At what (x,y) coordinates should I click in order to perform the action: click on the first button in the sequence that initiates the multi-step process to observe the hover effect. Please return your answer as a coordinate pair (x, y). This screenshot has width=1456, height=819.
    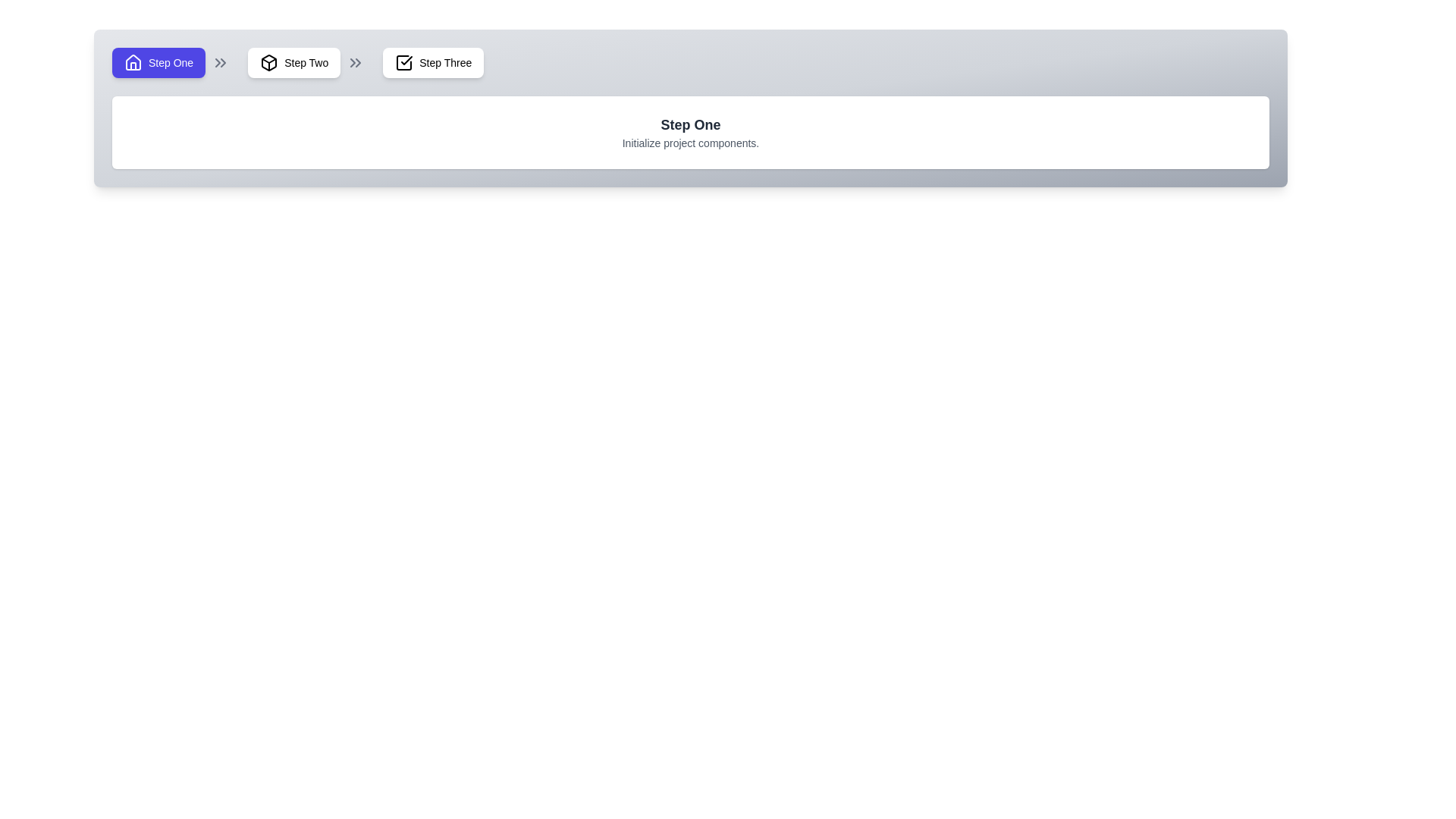
    Looking at the image, I should click on (158, 62).